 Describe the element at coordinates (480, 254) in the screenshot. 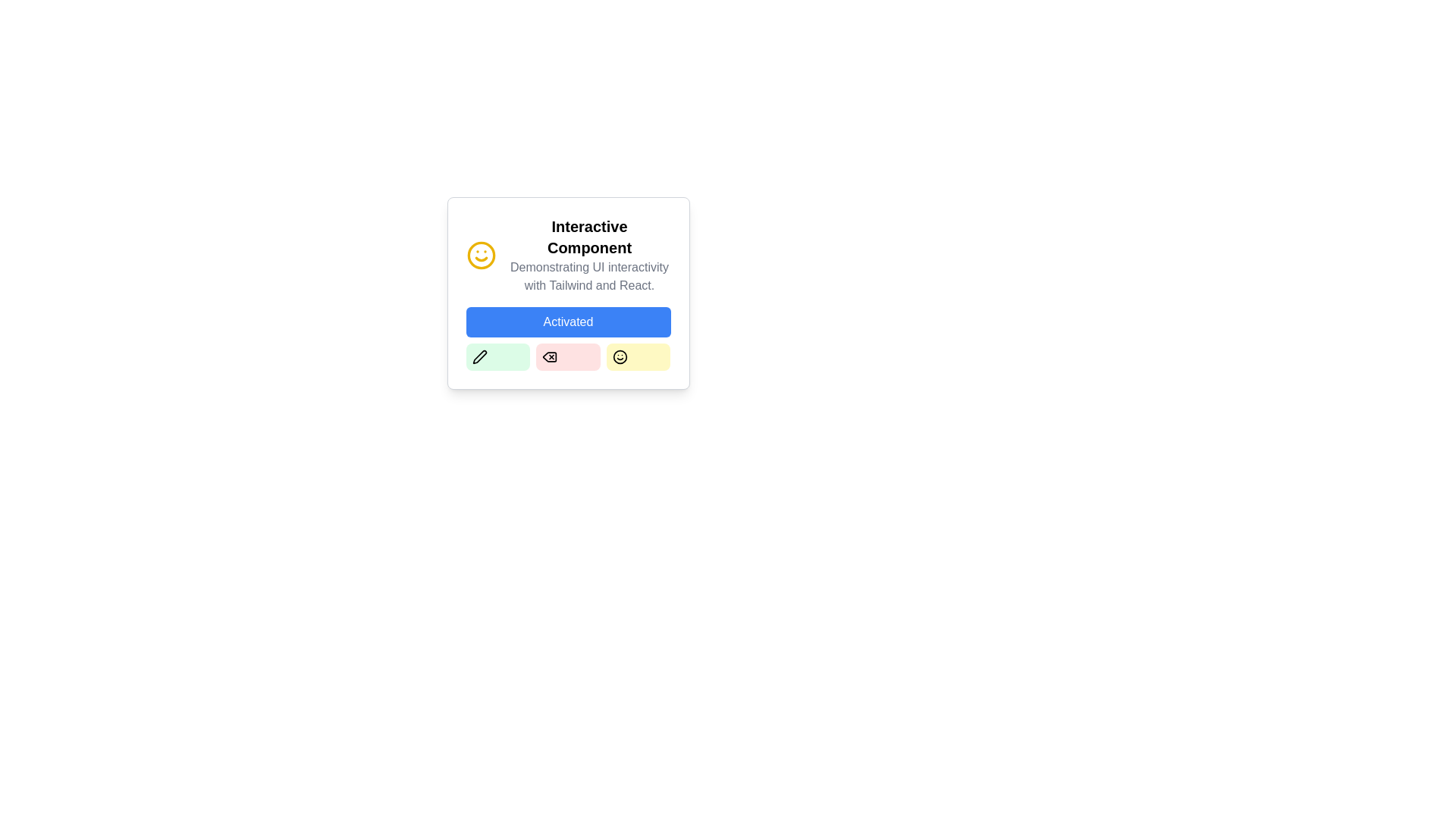

I see `the circular graphic of the smiley face icon, which serves as the outer boundary encapsulating the eyes and mouth` at that location.